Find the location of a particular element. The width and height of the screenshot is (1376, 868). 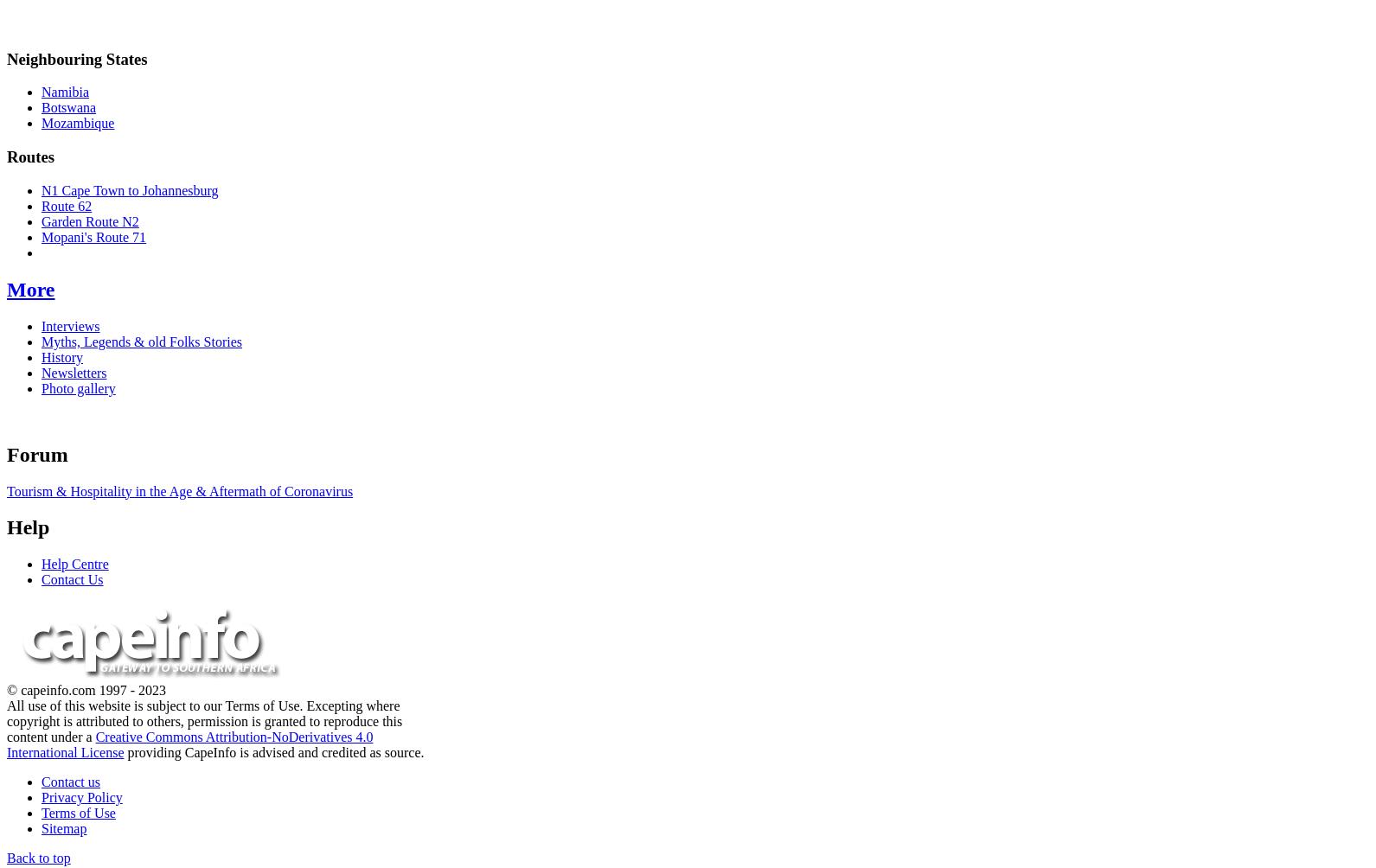

'Terms of Use' is located at coordinates (42, 812).